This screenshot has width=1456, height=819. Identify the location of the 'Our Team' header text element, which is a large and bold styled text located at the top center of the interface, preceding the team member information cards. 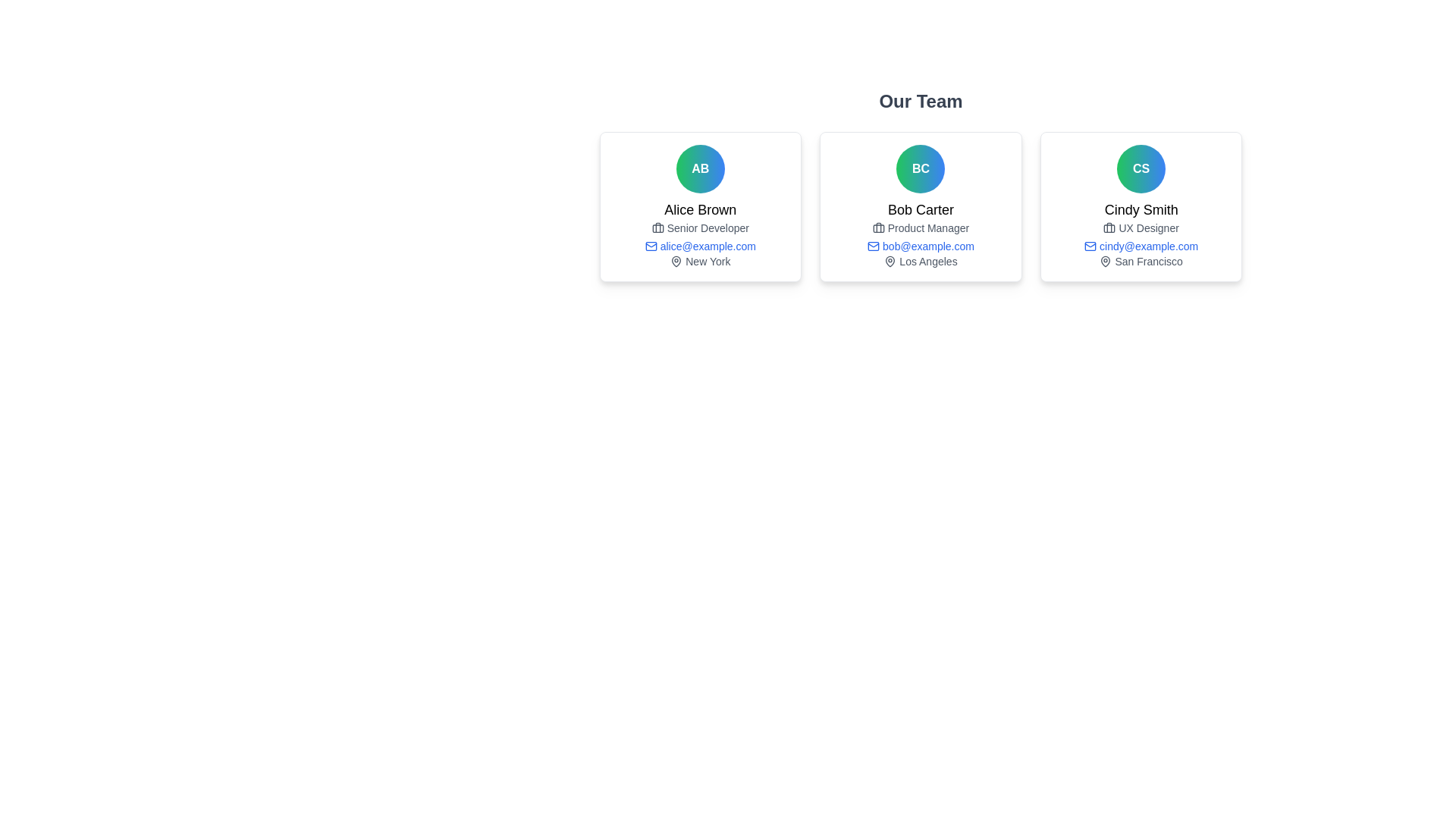
(920, 102).